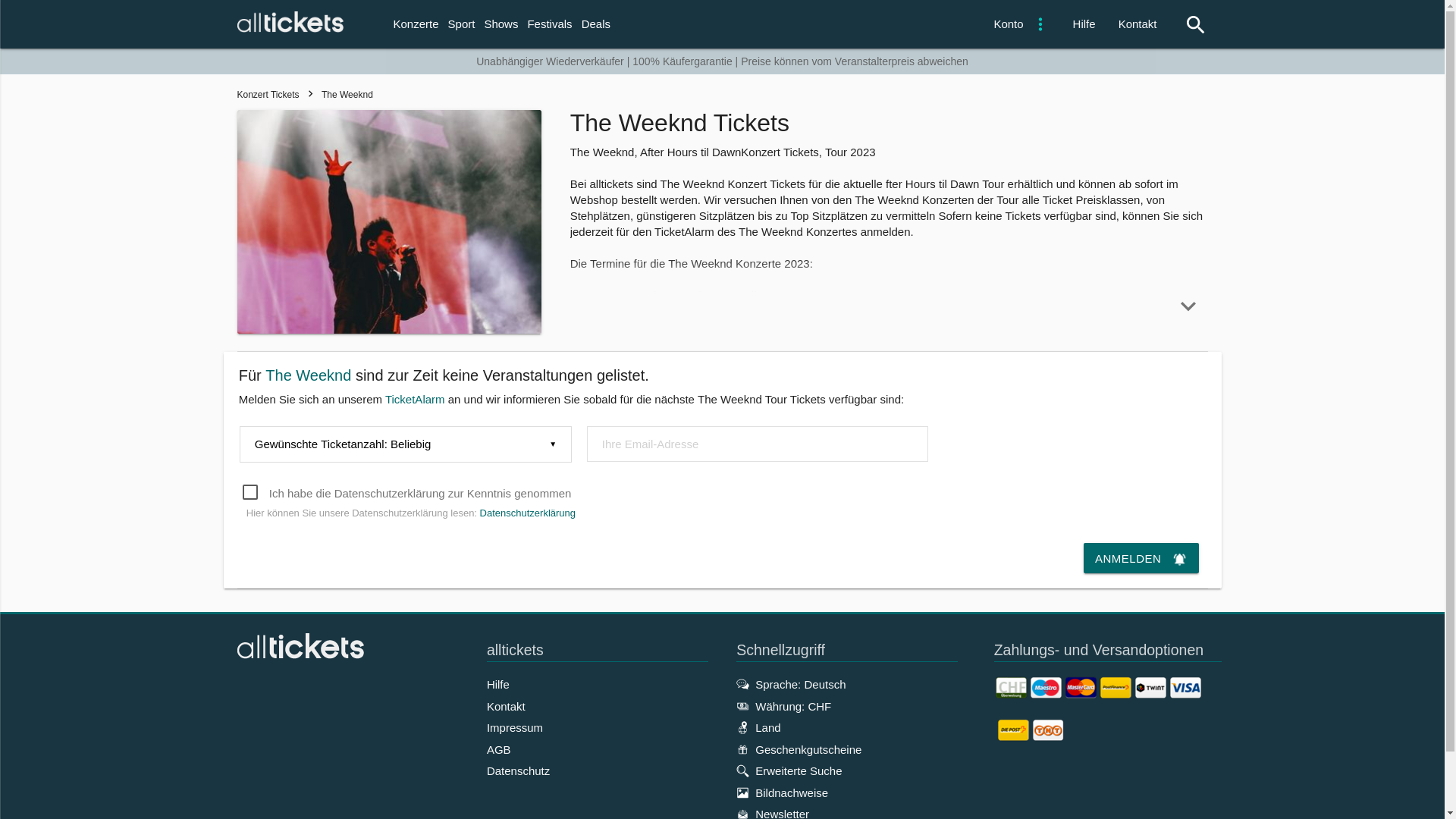 The image size is (1456, 819). I want to click on 'Deals', so click(595, 24).